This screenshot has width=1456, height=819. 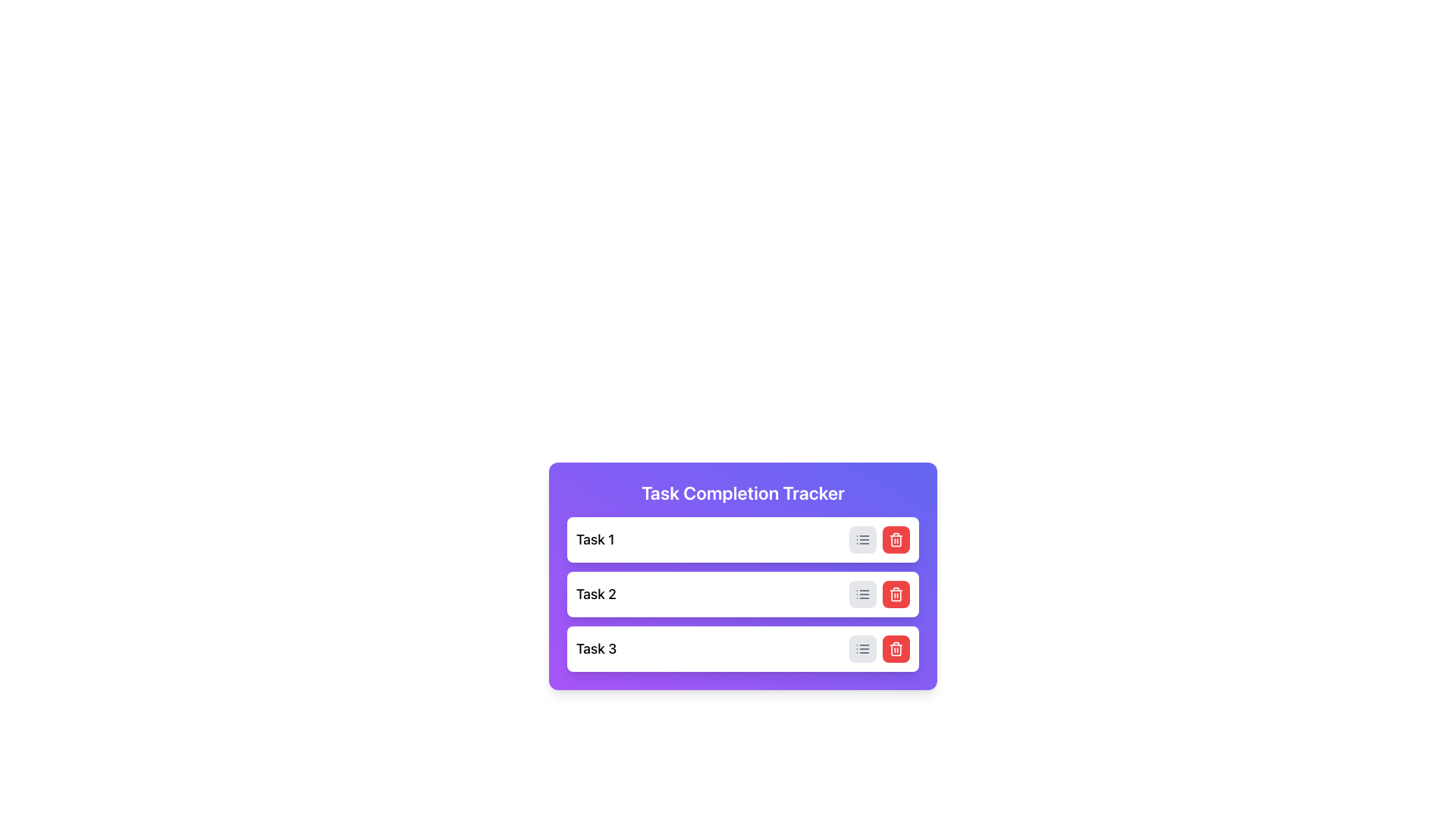 I want to click on the body of the trash can icon, which is part of a red button located at the end of a task row in the task list, so click(x=896, y=648).